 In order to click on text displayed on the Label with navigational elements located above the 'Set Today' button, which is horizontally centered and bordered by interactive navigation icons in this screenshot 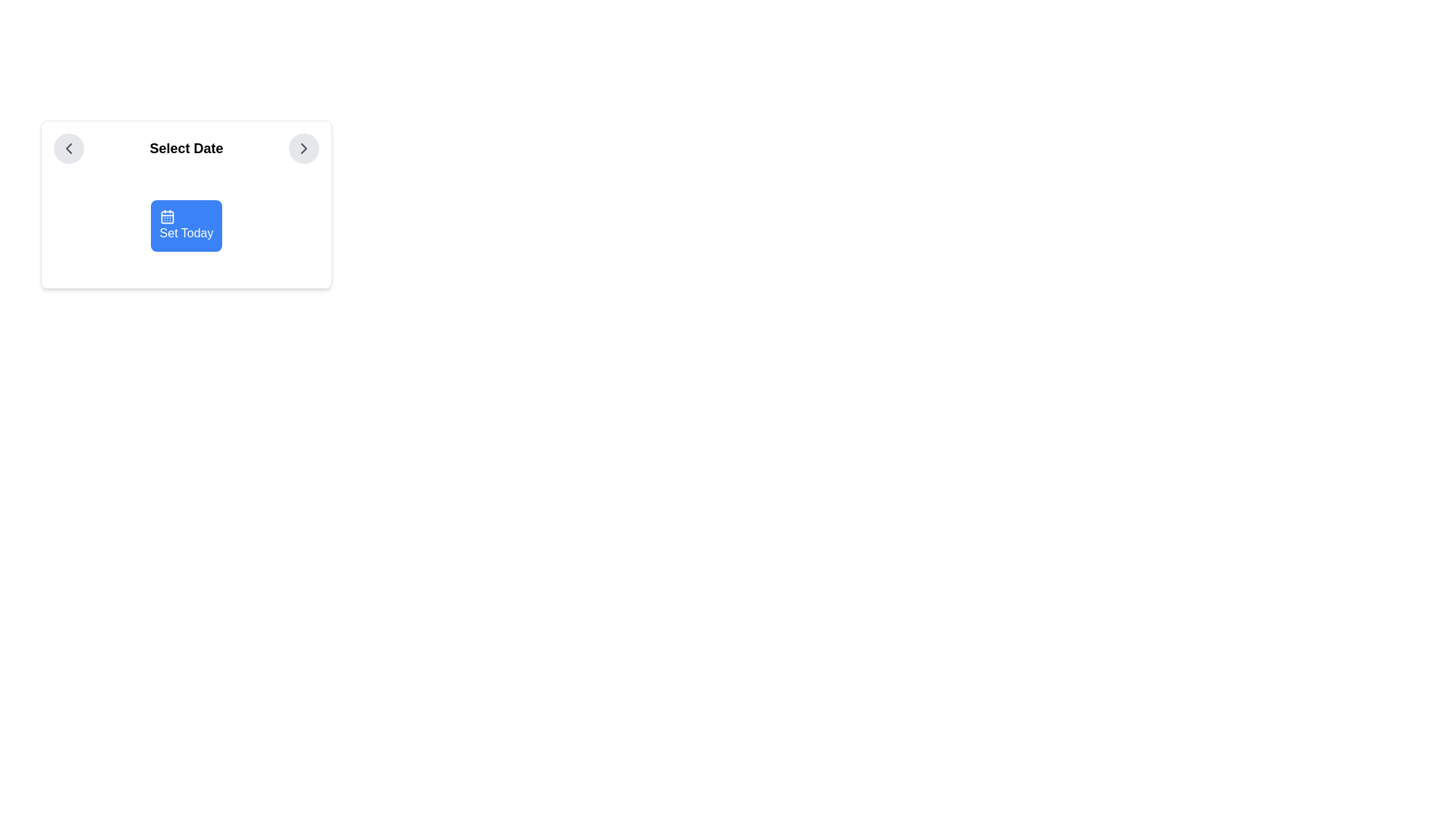, I will do `click(185, 149)`.